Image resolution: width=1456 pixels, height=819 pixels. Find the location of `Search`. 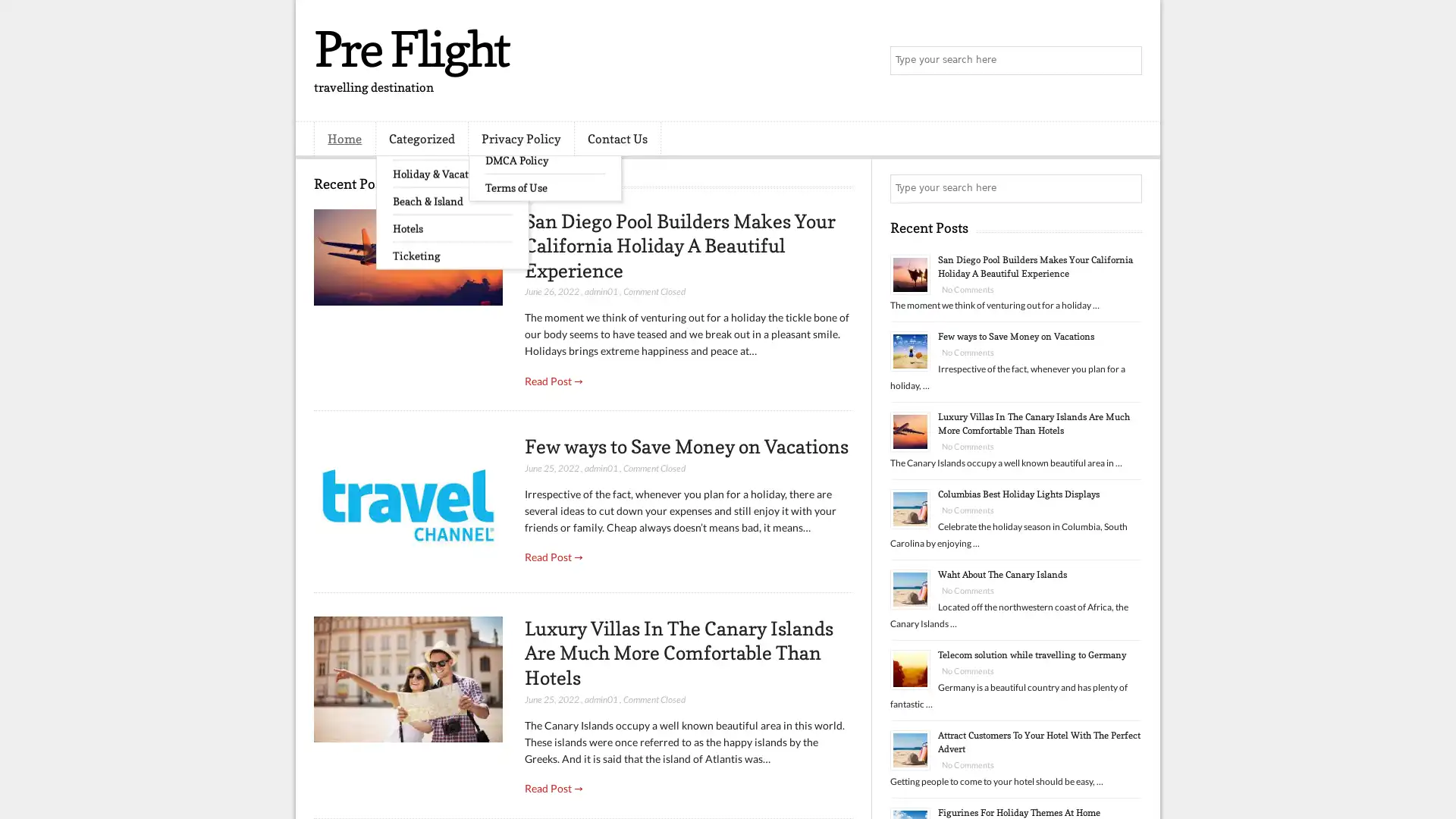

Search is located at coordinates (1126, 188).